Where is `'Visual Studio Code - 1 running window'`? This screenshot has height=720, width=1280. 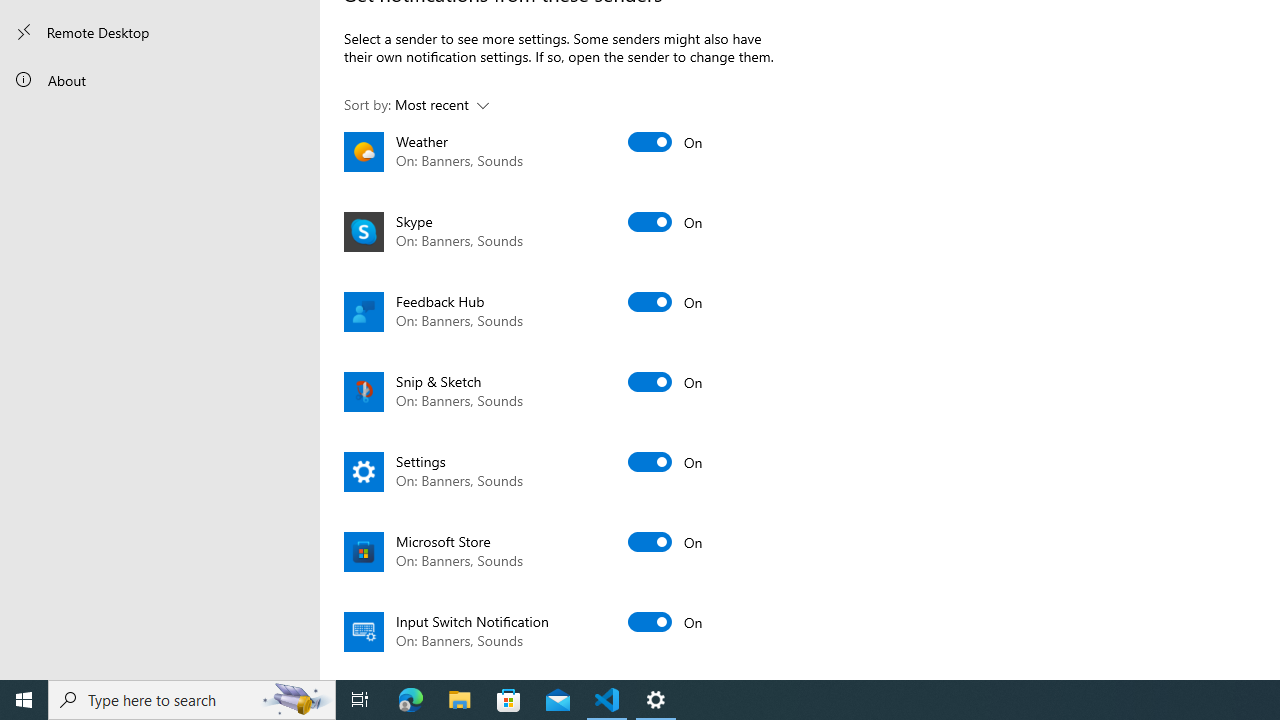
'Visual Studio Code - 1 running window' is located at coordinates (606, 698).